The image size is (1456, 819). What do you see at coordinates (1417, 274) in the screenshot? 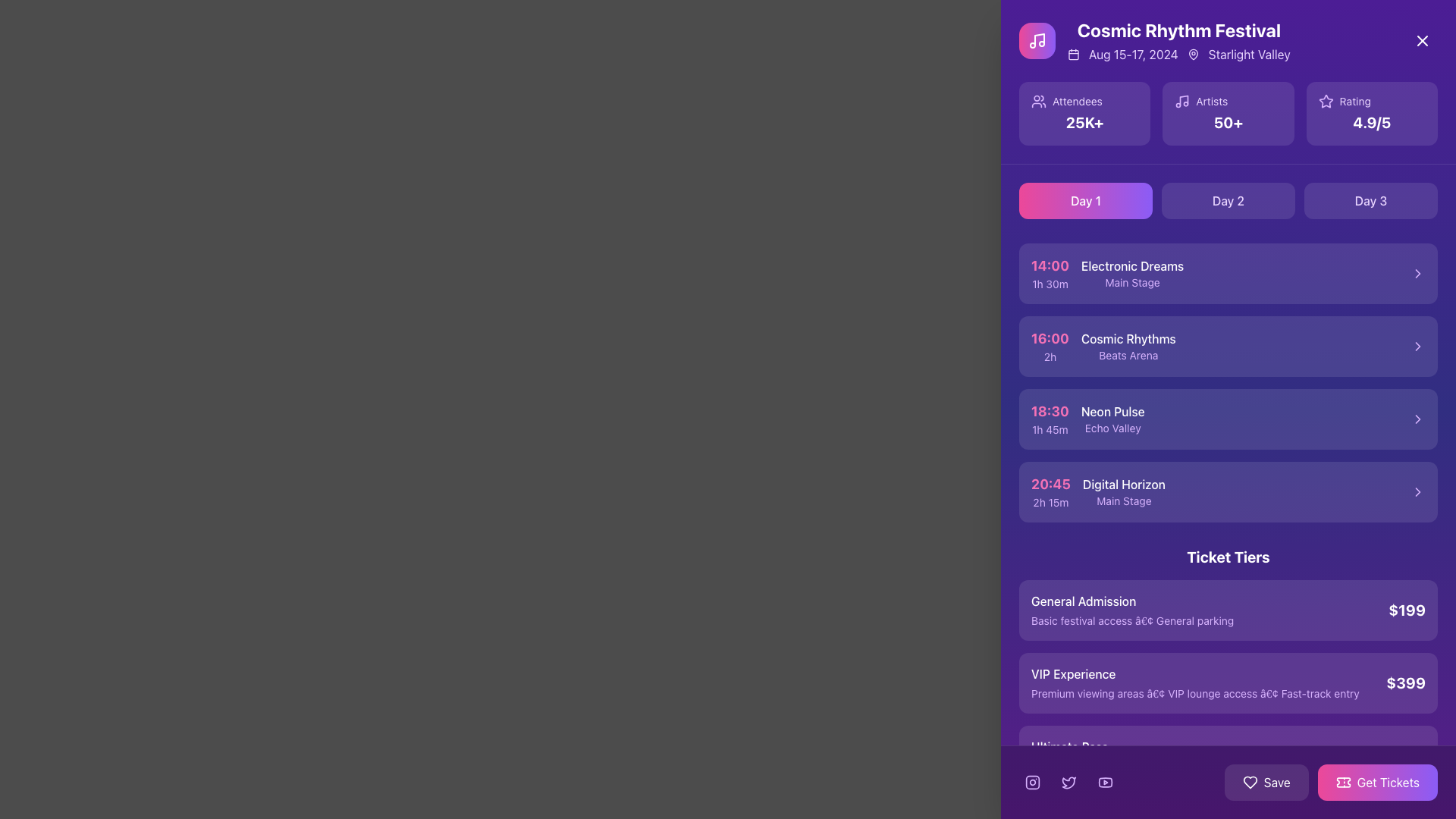
I see `the rightward-pointing chevron arrow icon in purple, located at the far-right of the 'Electronic Dreams' event at 14:00` at bounding box center [1417, 274].